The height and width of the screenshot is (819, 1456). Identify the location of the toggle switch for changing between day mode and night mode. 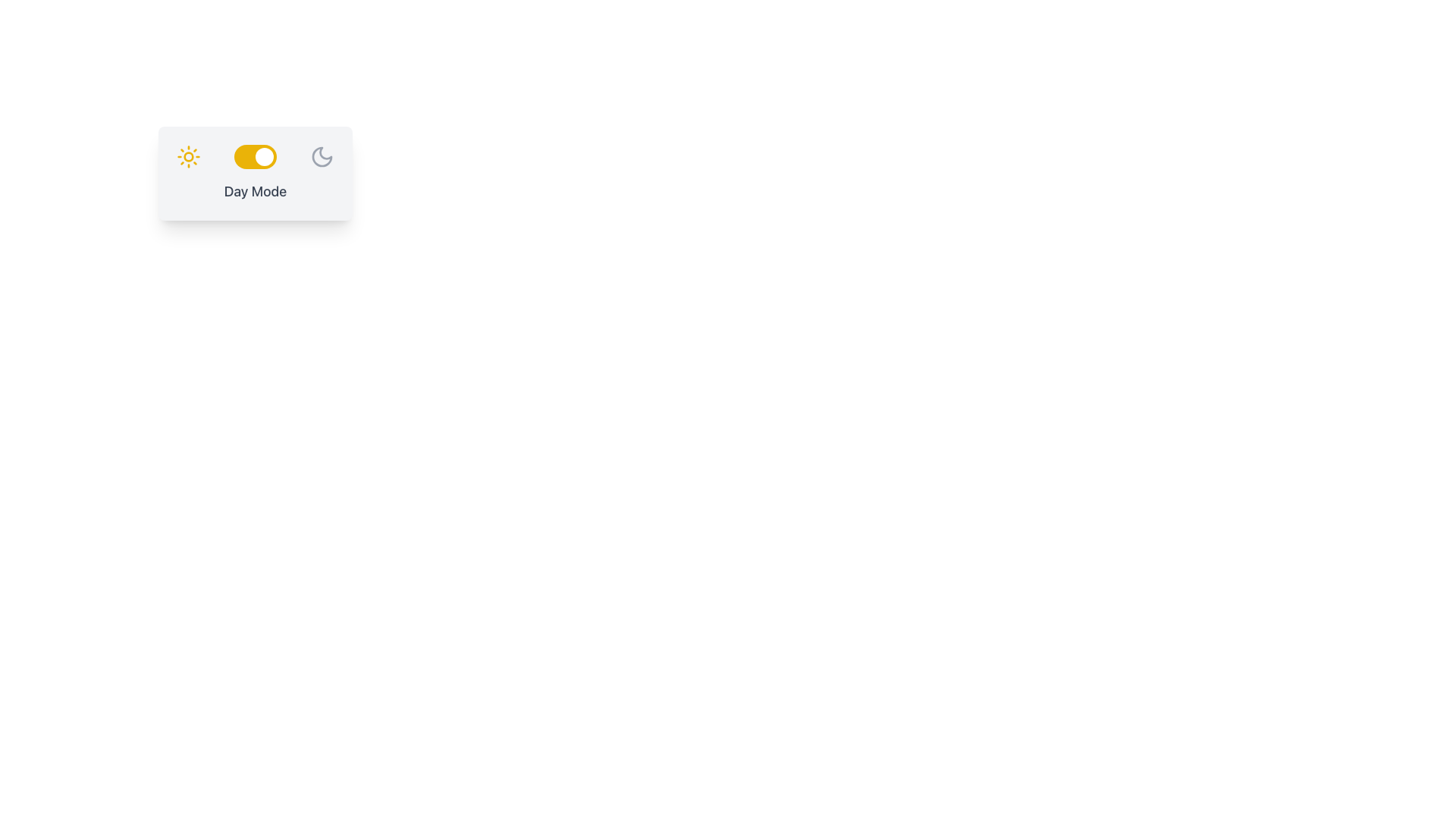
(255, 157).